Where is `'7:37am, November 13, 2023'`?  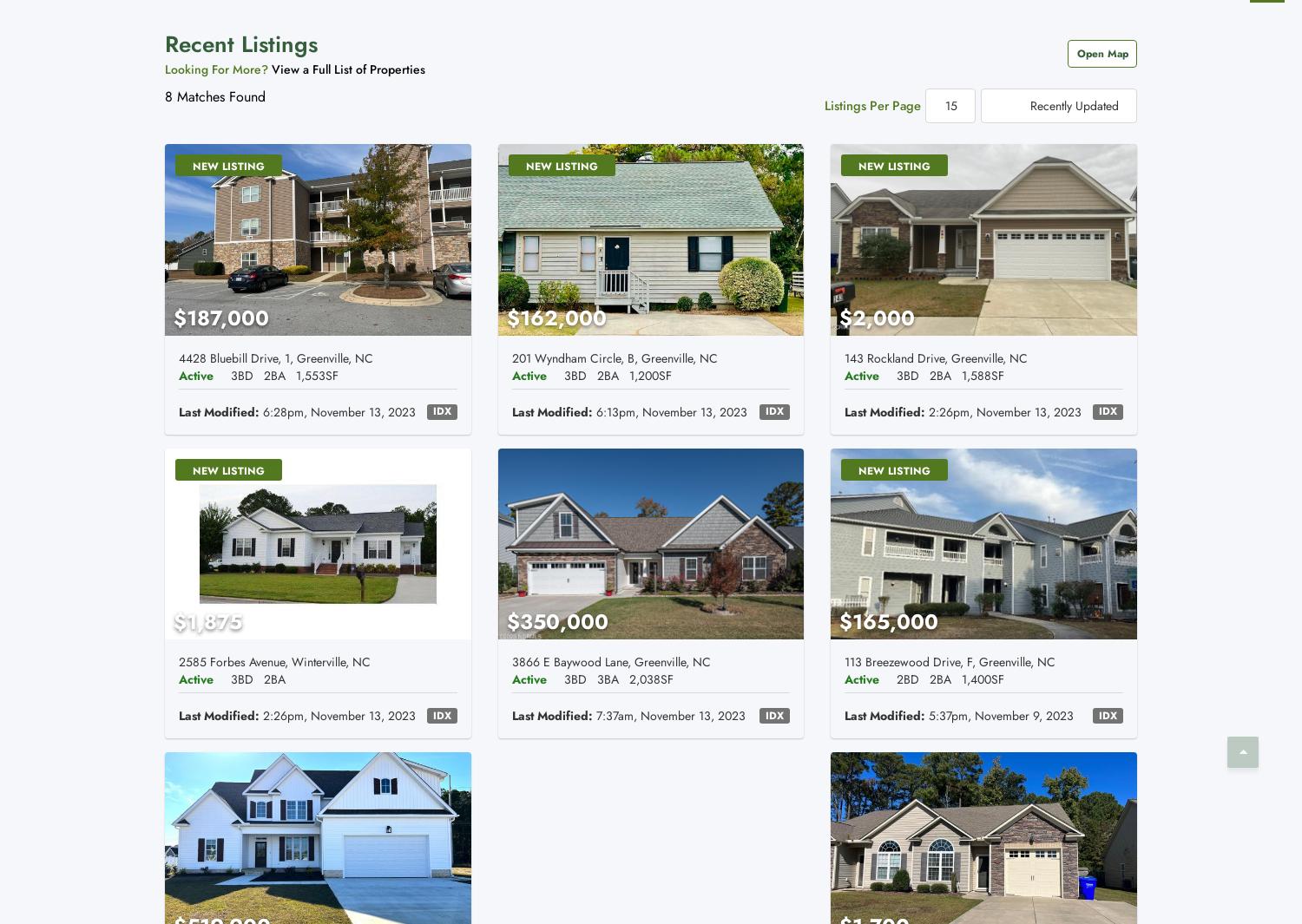 '7:37am, November 13, 2023' is located at coordinates (667, 715).